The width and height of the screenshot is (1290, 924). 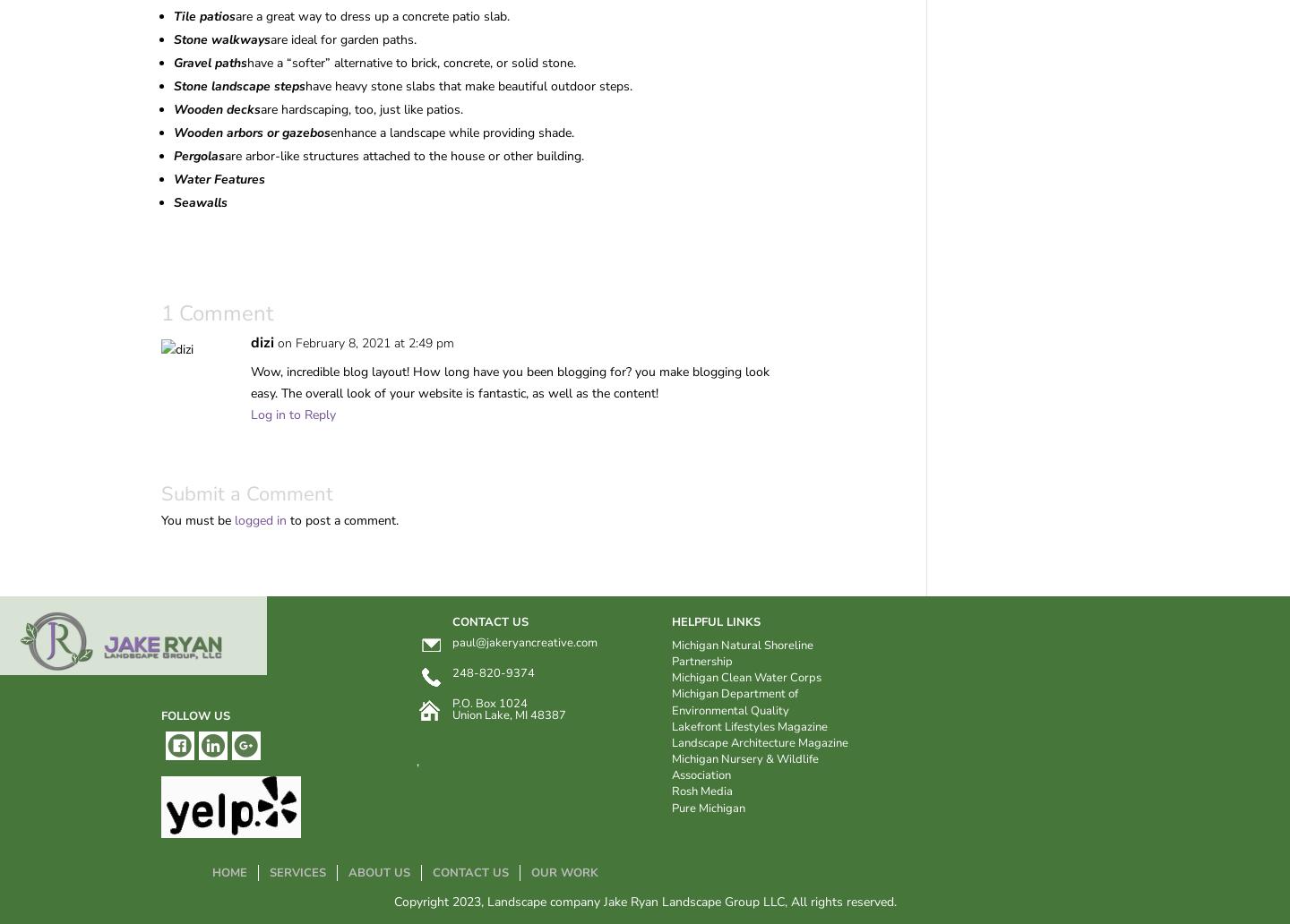 What do you see at coordinates (372, 16) in the screenshot?
I see `'are a great way to dress up a concrete patio slab.'` at bounding box center [372, 16].